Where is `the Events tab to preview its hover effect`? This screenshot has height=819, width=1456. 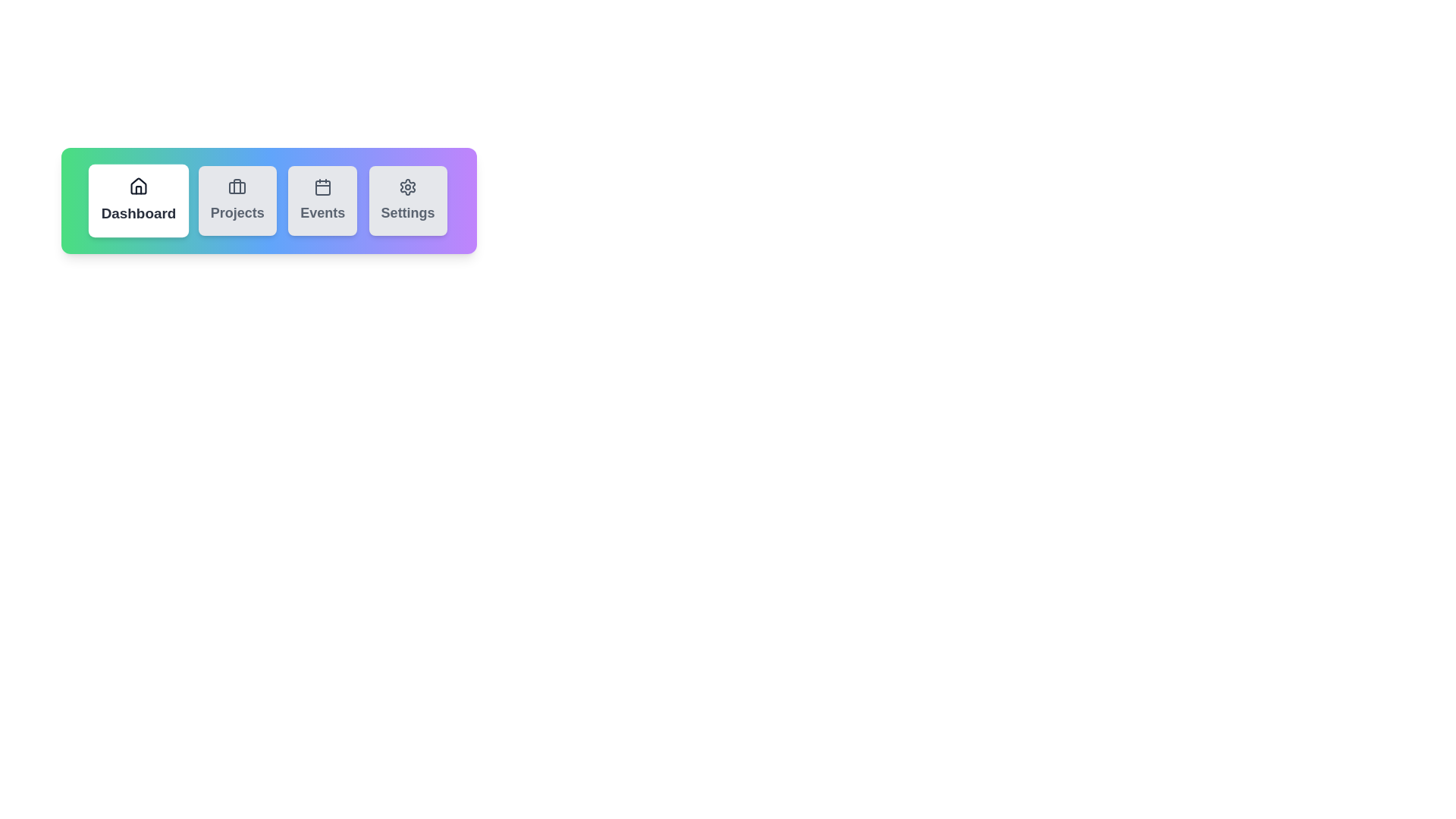 the Events tab to preview its hover effect is located at coordinates (322, 200).